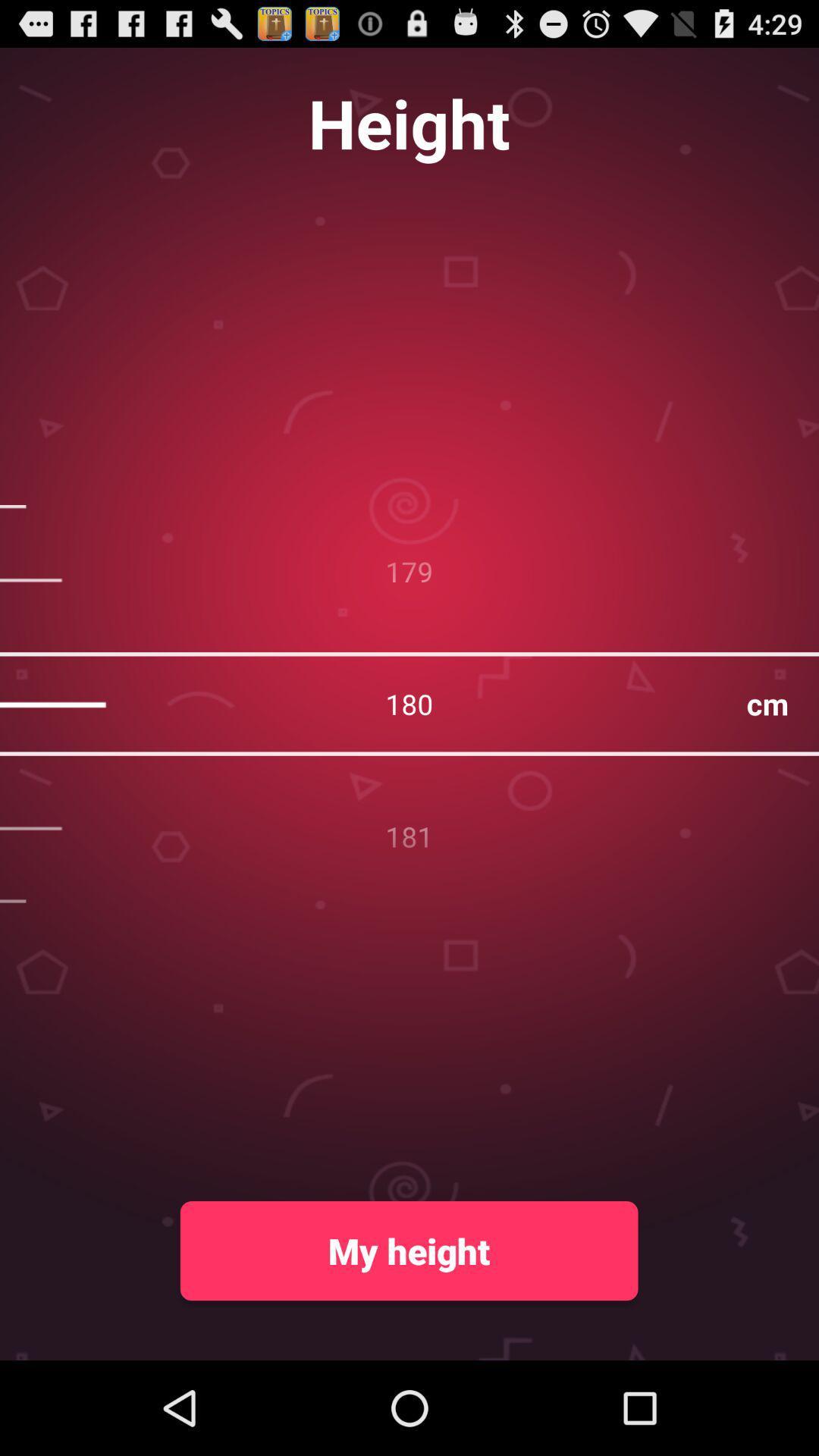  I want to click on the my height at the bottom, so click(408, 1250).